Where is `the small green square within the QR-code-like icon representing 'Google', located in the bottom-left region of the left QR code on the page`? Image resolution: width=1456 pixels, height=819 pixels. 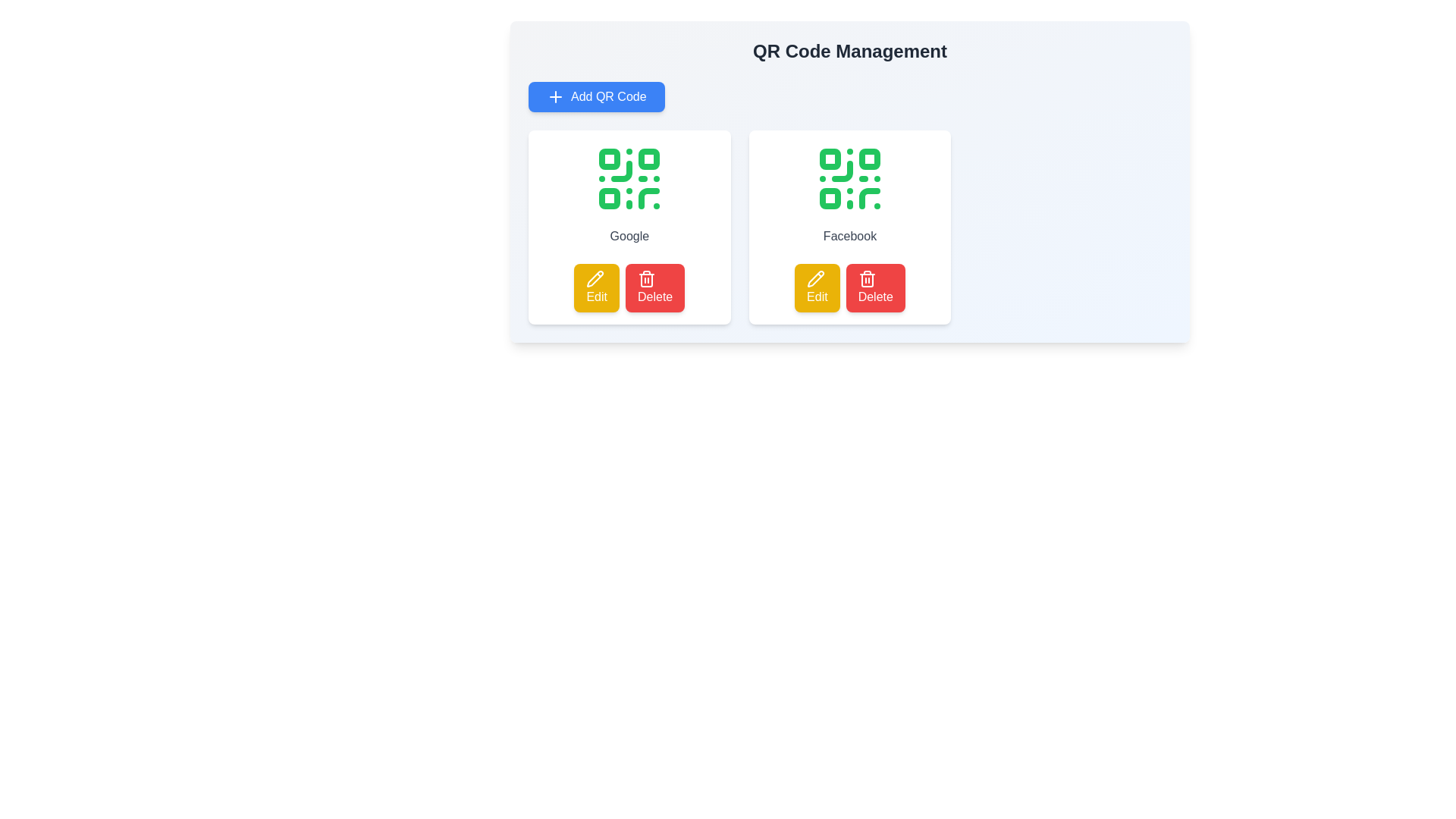
the small green square within the QR-code-like icon representing 'Google', located in the bottom-left region of the left QR code on the page is located at coordinates (610, 198).